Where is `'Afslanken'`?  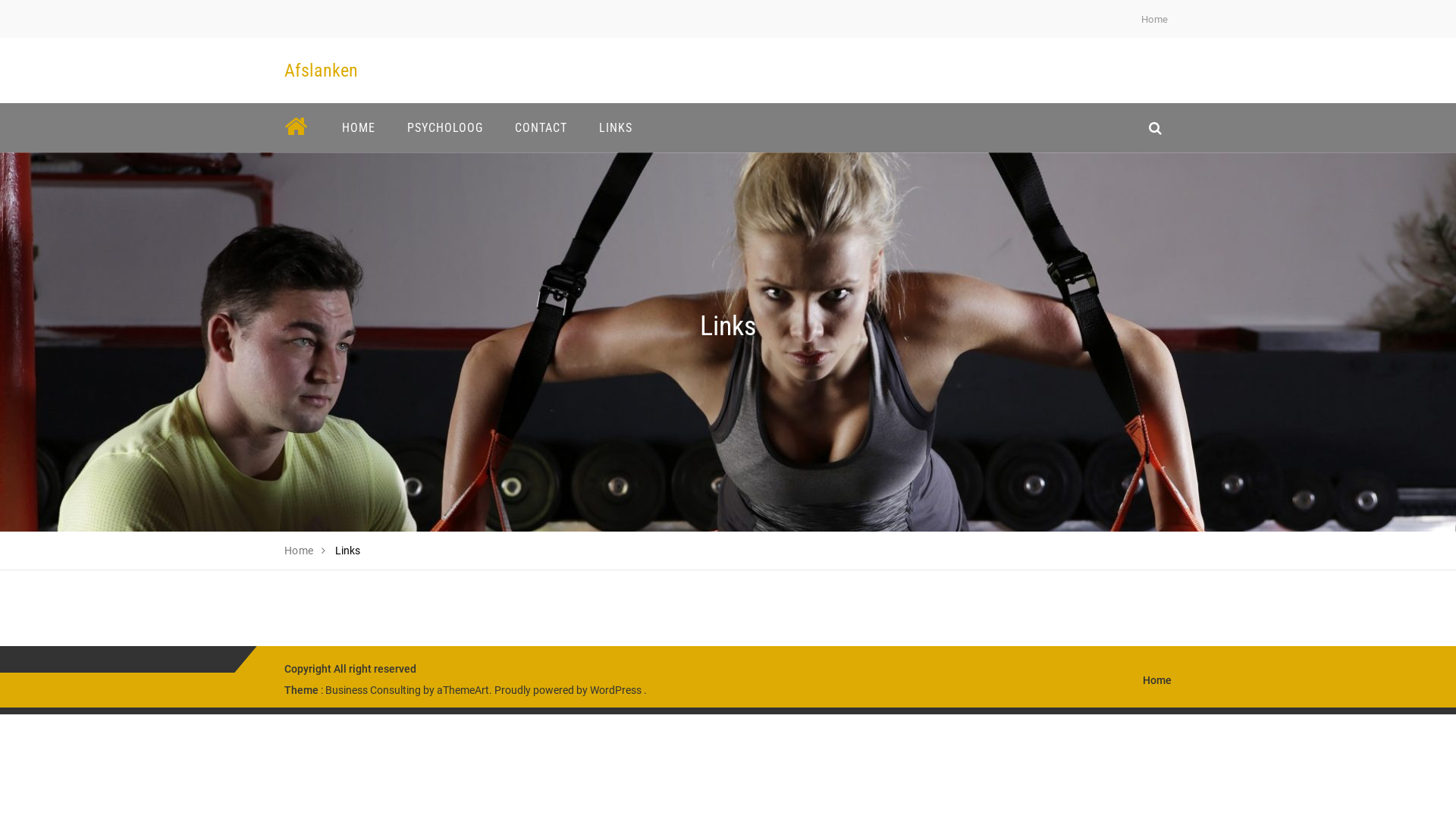
'Afslanken' is located at coordinates (284, 70).